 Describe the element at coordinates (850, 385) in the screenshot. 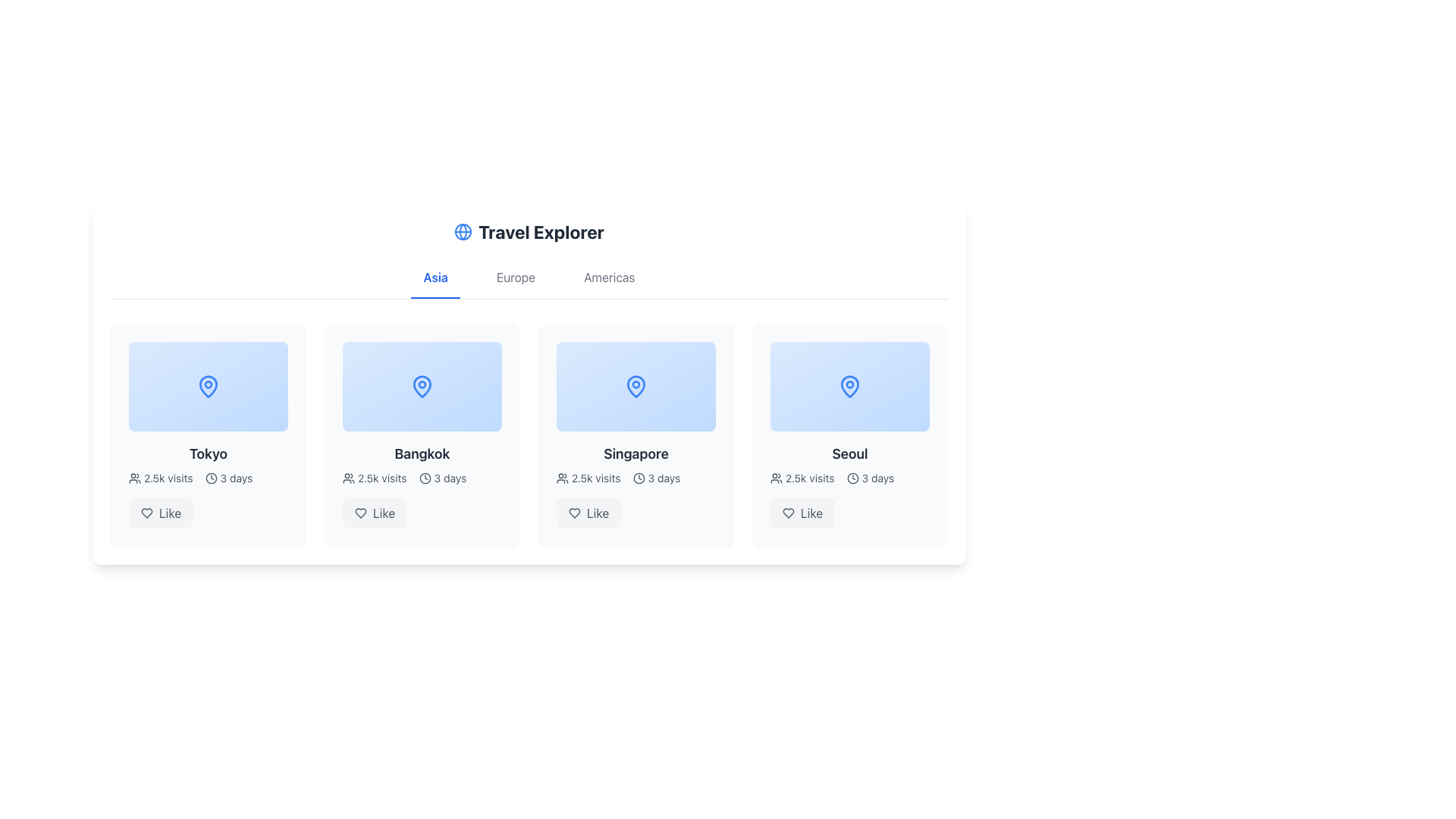

I see `the location pin icon associated with the 'Seoul' travel destination card, which is the fourth card in the horizontal list under the 'Asia' tab` at that location.